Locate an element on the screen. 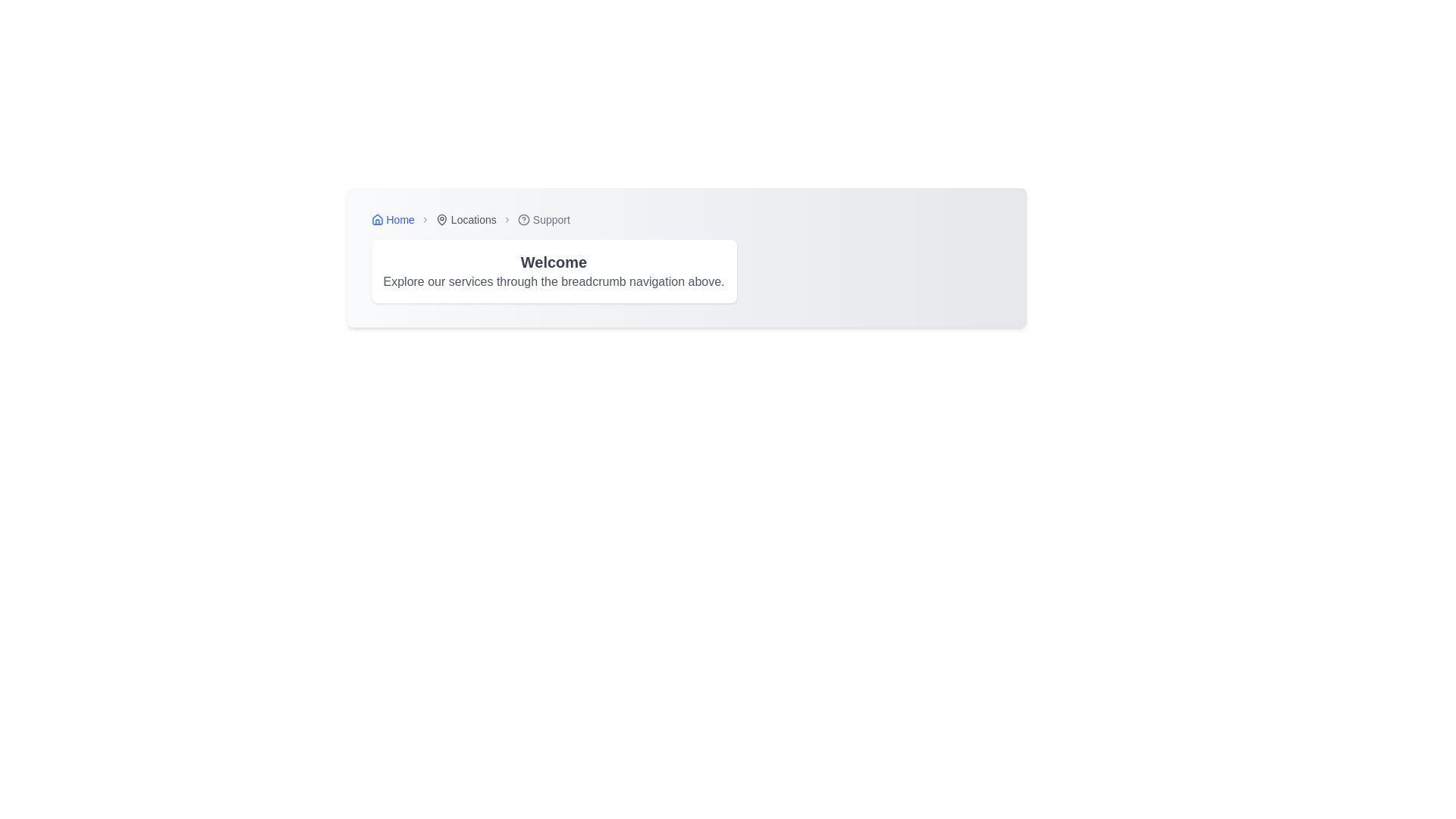 Image resolution: width=1456 pixels, height=819 pixels. the 'Locations' link in the breadcrumb navigation bar is located at coordinates (465, 219).